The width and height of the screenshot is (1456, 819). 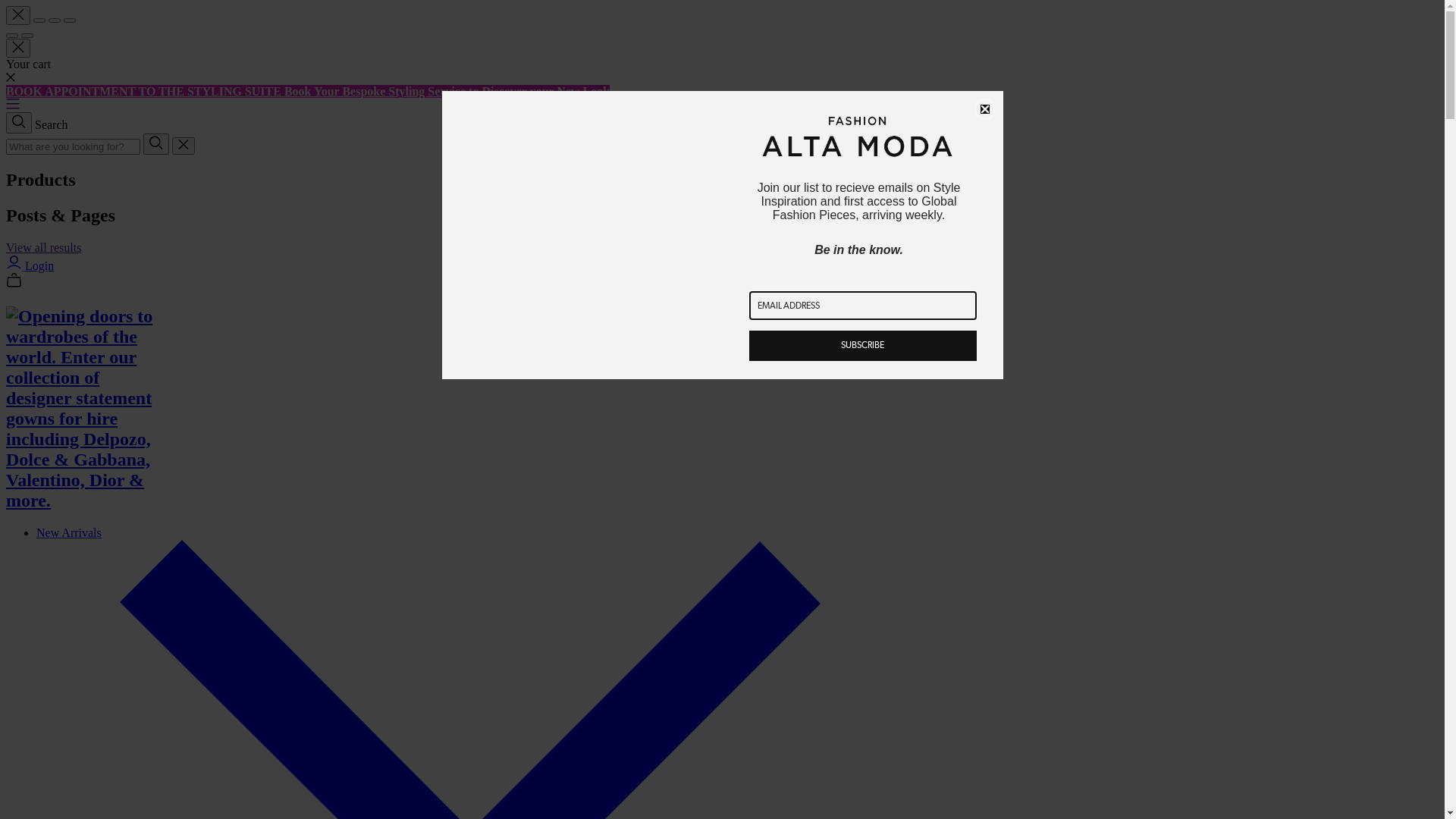 I want to click on 'Previous (arrow left)', so click(x=11, y=34).